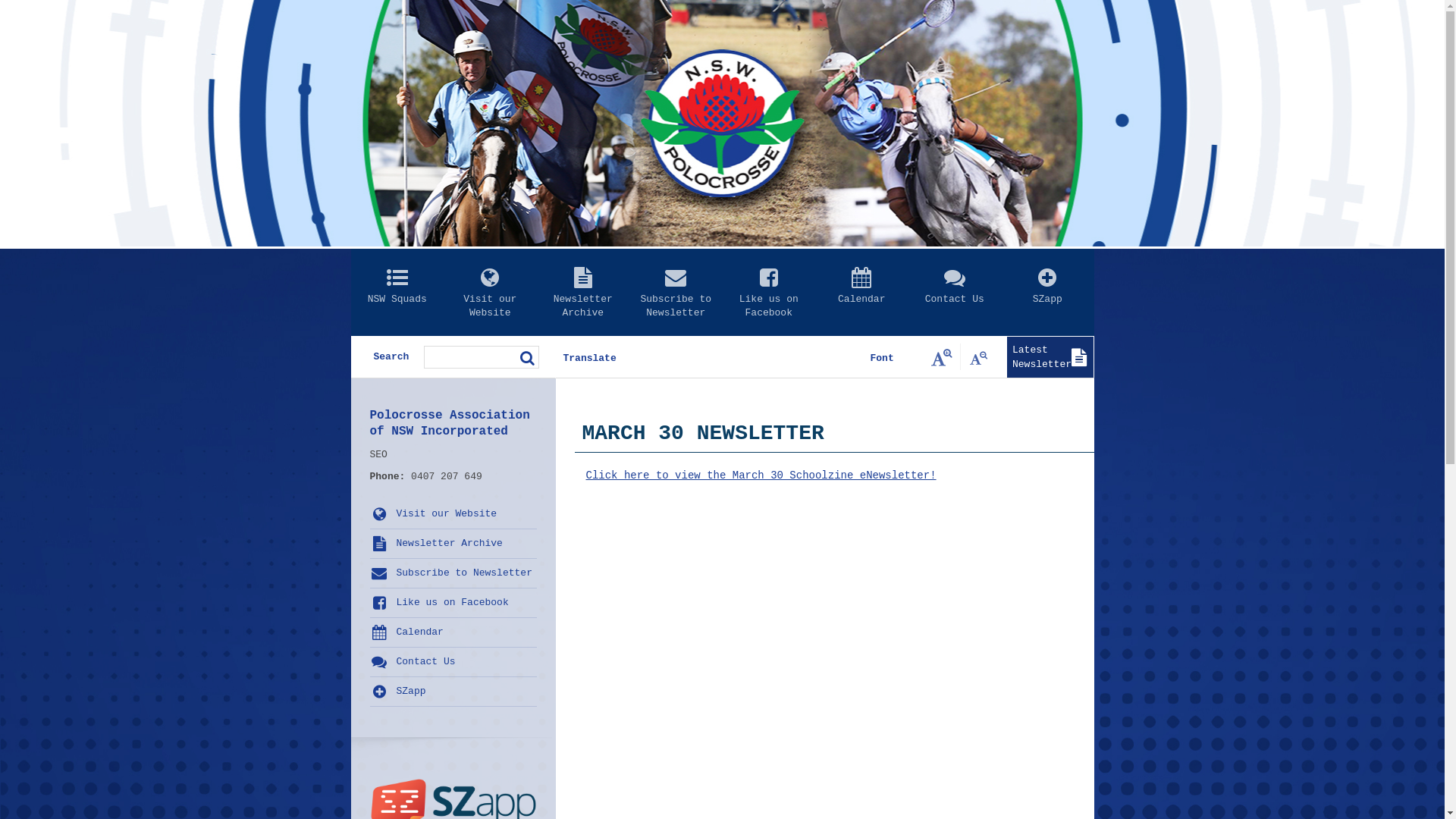  What do you see at coordinates (675, 303) in the screenshot?
I see `'Subscribe to Newsletter'` at bounding box center [675, 303].